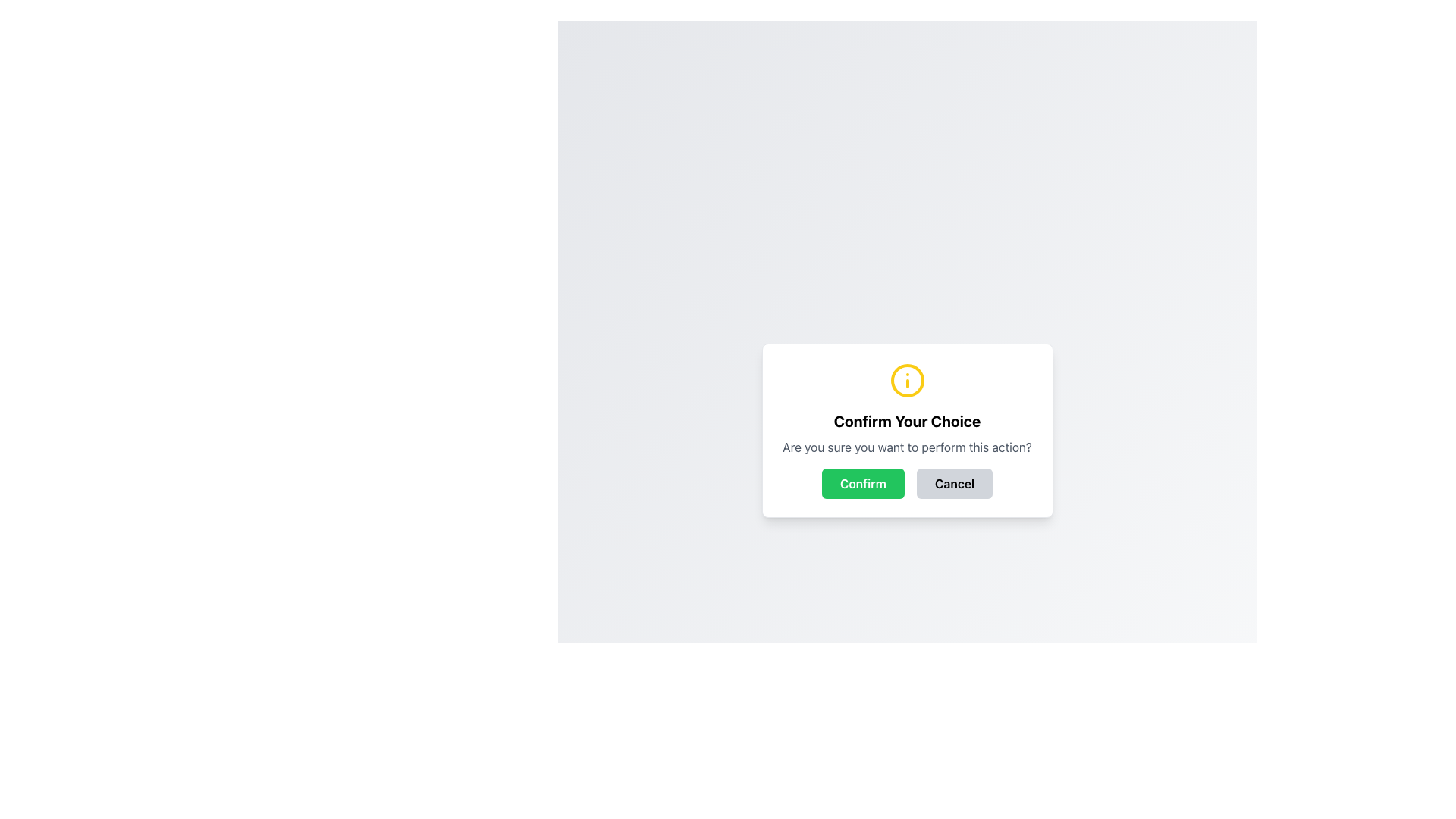  Describe the element at coordinates (907, 483) in the screenshot. I see `the button group element containing the green 'Confirm' button and the gray 'Cancel' button for visual feedback` at that location.